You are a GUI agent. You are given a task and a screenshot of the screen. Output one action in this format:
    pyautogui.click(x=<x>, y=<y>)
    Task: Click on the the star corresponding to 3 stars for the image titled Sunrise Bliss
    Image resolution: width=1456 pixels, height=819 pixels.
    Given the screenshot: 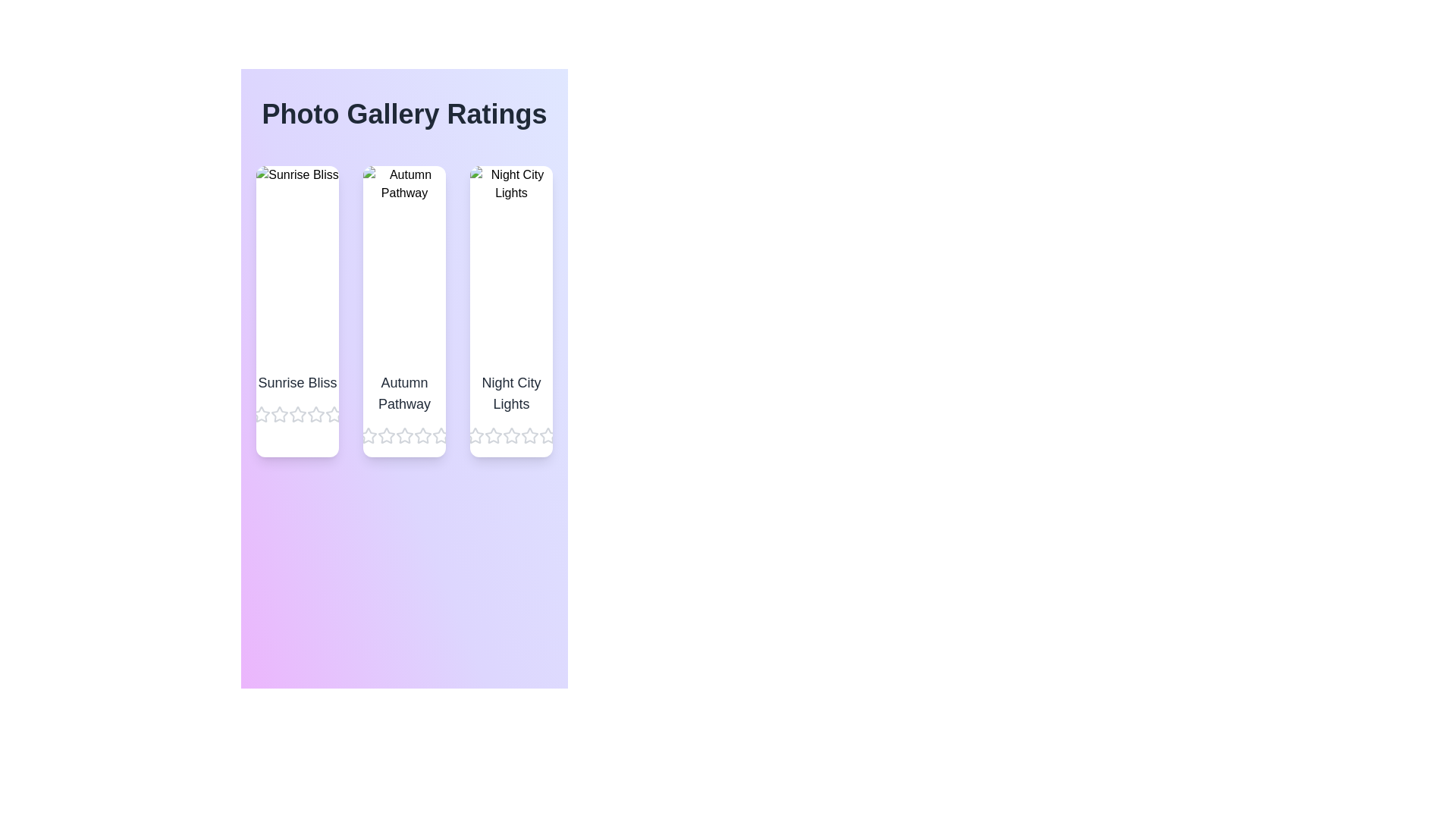 What is the action you would take?
    pyautogui.click(x=297, y=415)
    